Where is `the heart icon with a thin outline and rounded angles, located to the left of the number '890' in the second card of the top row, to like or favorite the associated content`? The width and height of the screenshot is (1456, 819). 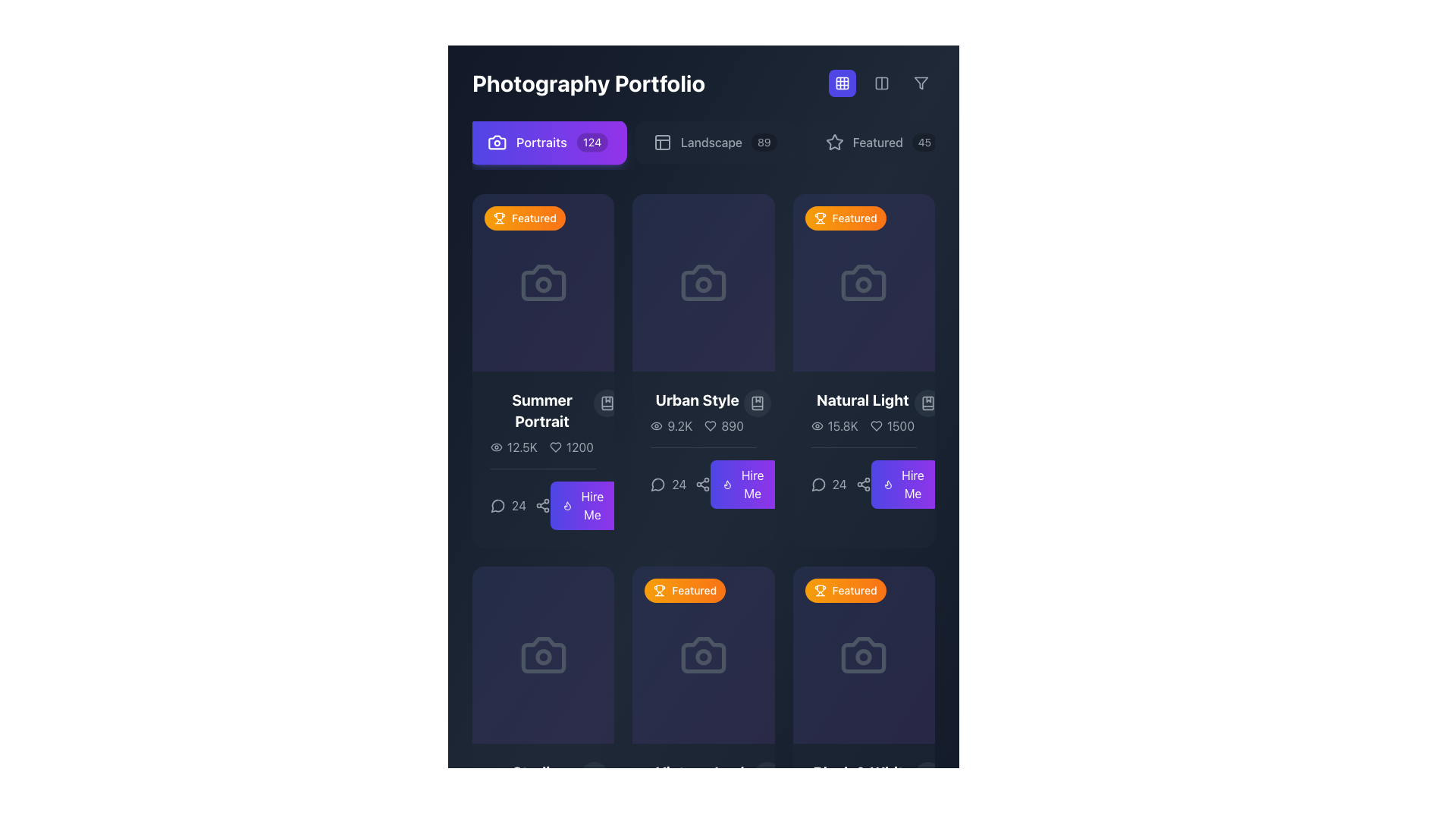 the heart icon with a thin outline and rounded angles, located to the left of the number '890' in the second card of the top row, to like or favorite the associated content is located at coordinates (710, 426).